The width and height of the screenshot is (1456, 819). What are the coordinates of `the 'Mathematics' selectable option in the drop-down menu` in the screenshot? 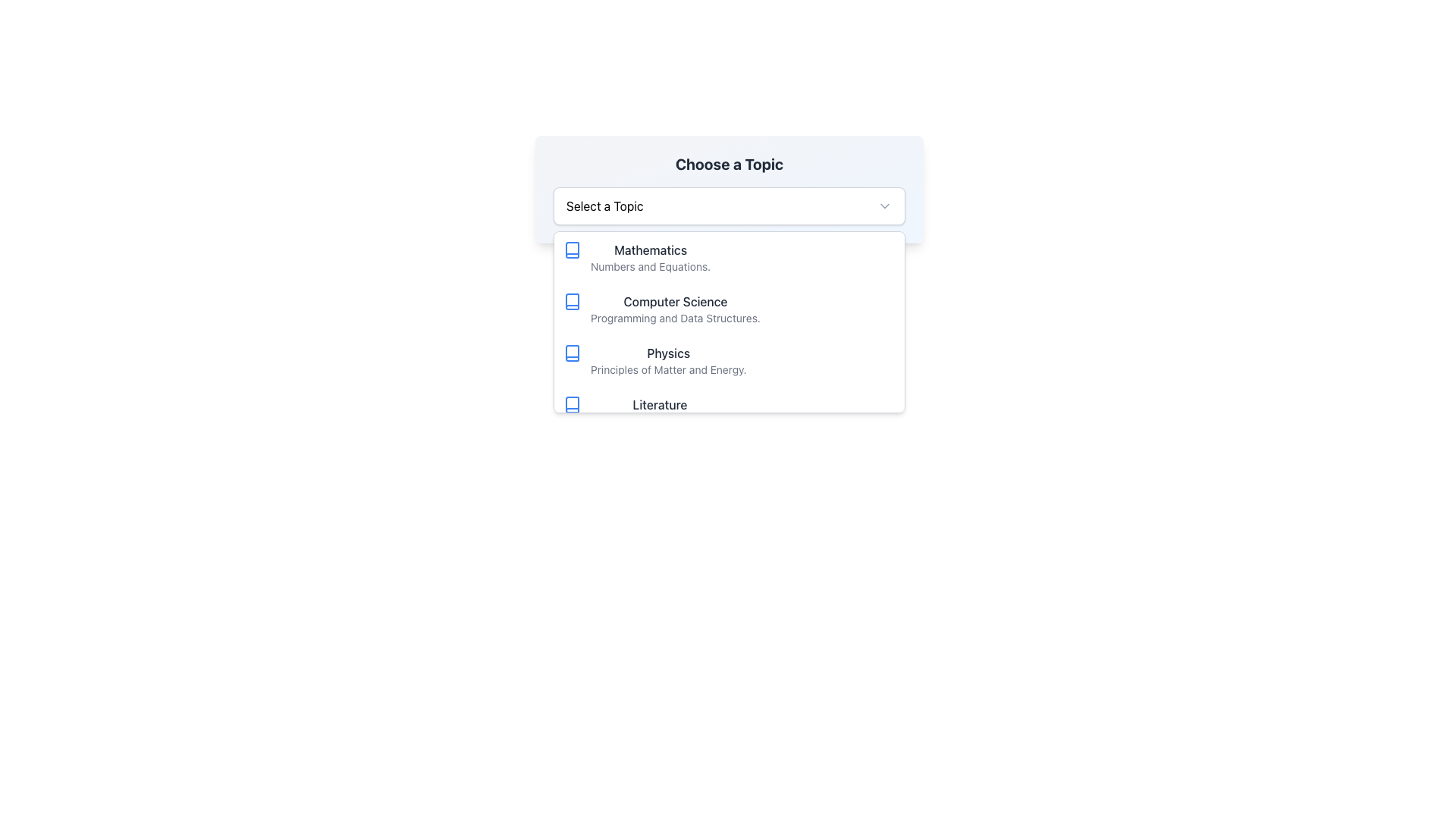 It's located at (651, 256).